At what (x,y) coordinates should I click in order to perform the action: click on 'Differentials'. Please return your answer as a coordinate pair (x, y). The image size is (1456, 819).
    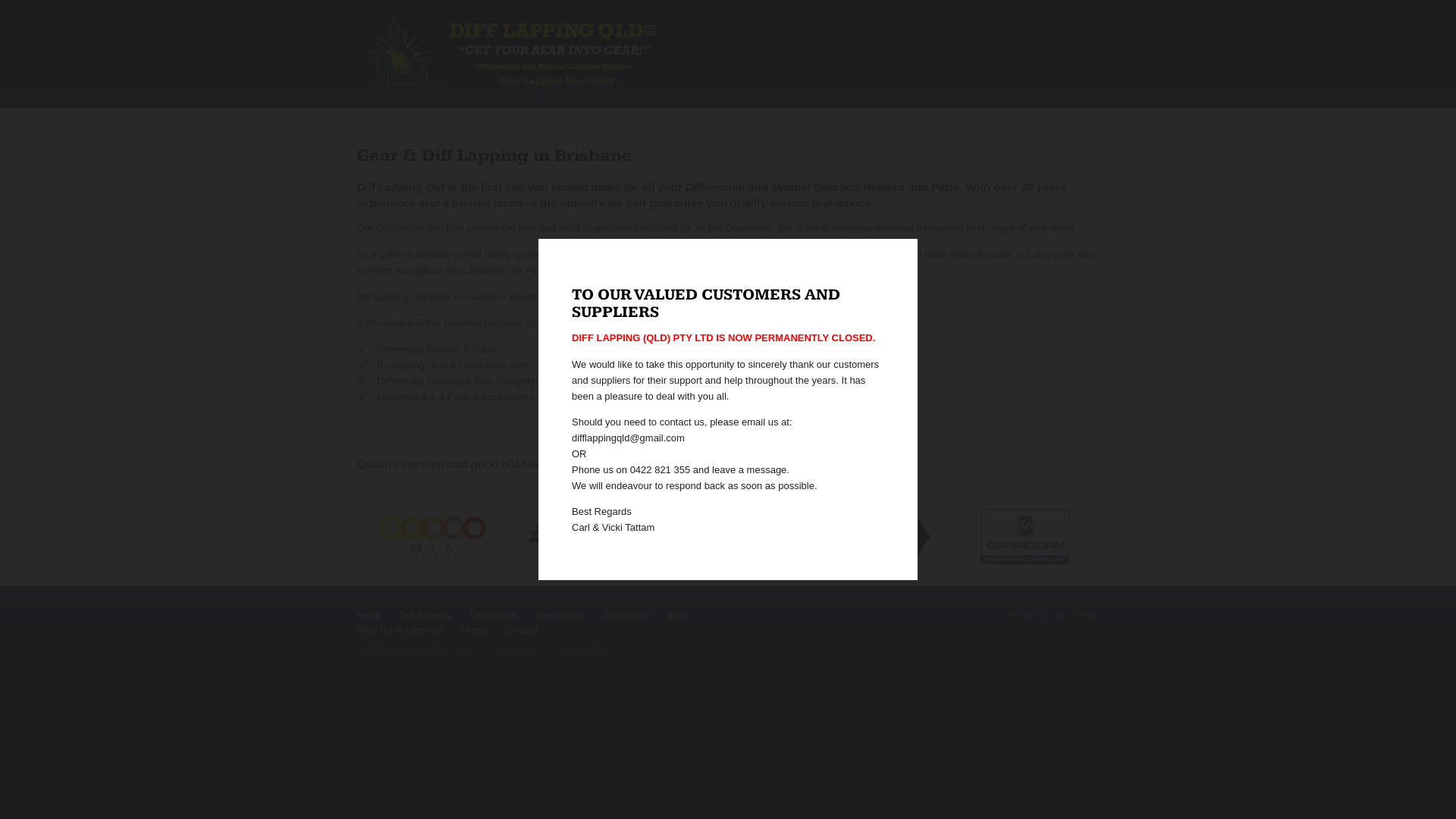
    Looking at the image, I should click on (493, 616).